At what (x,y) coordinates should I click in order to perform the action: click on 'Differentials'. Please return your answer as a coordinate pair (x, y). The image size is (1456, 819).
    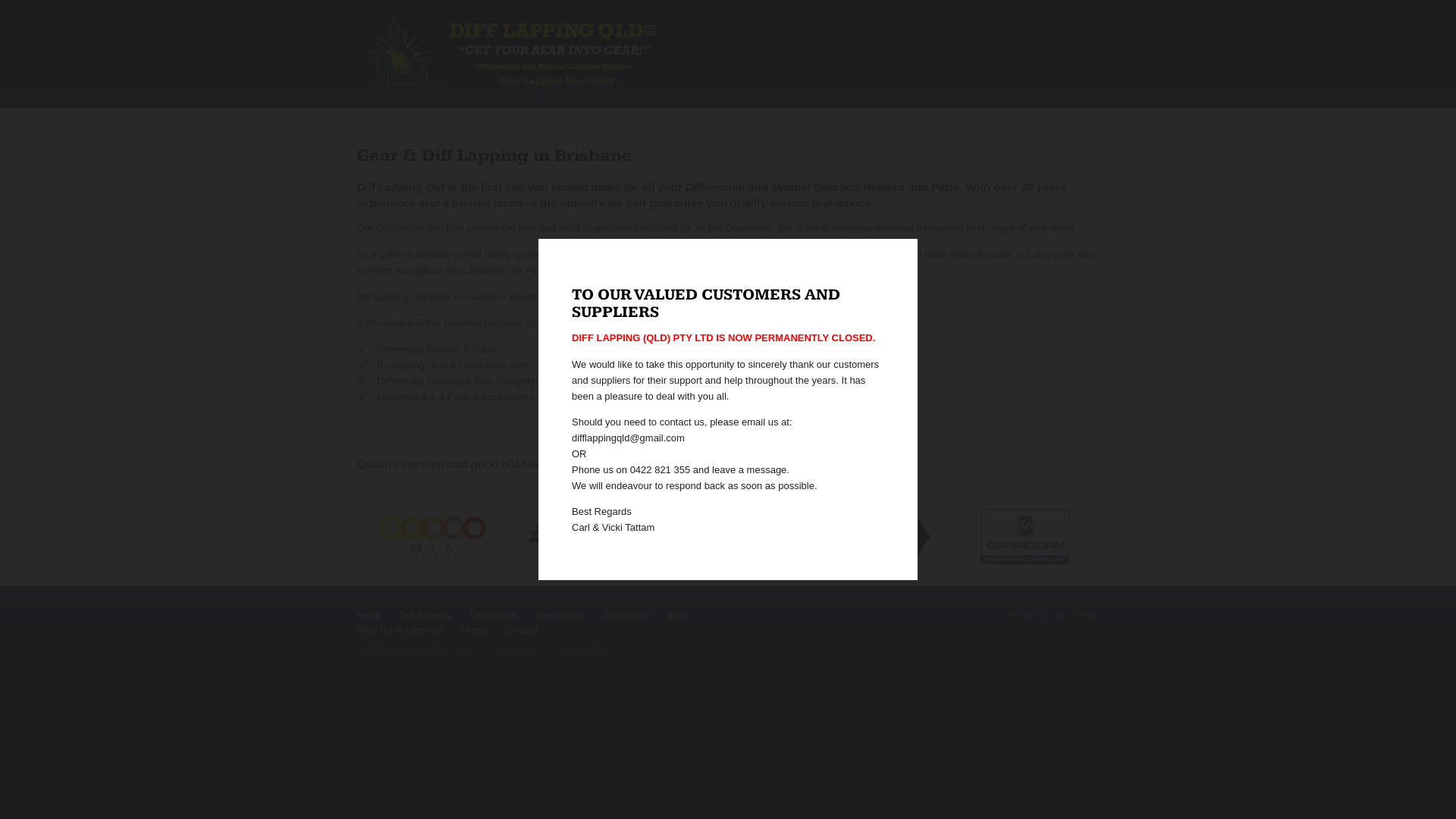
    Looking at the image, I should click on (493, 616).